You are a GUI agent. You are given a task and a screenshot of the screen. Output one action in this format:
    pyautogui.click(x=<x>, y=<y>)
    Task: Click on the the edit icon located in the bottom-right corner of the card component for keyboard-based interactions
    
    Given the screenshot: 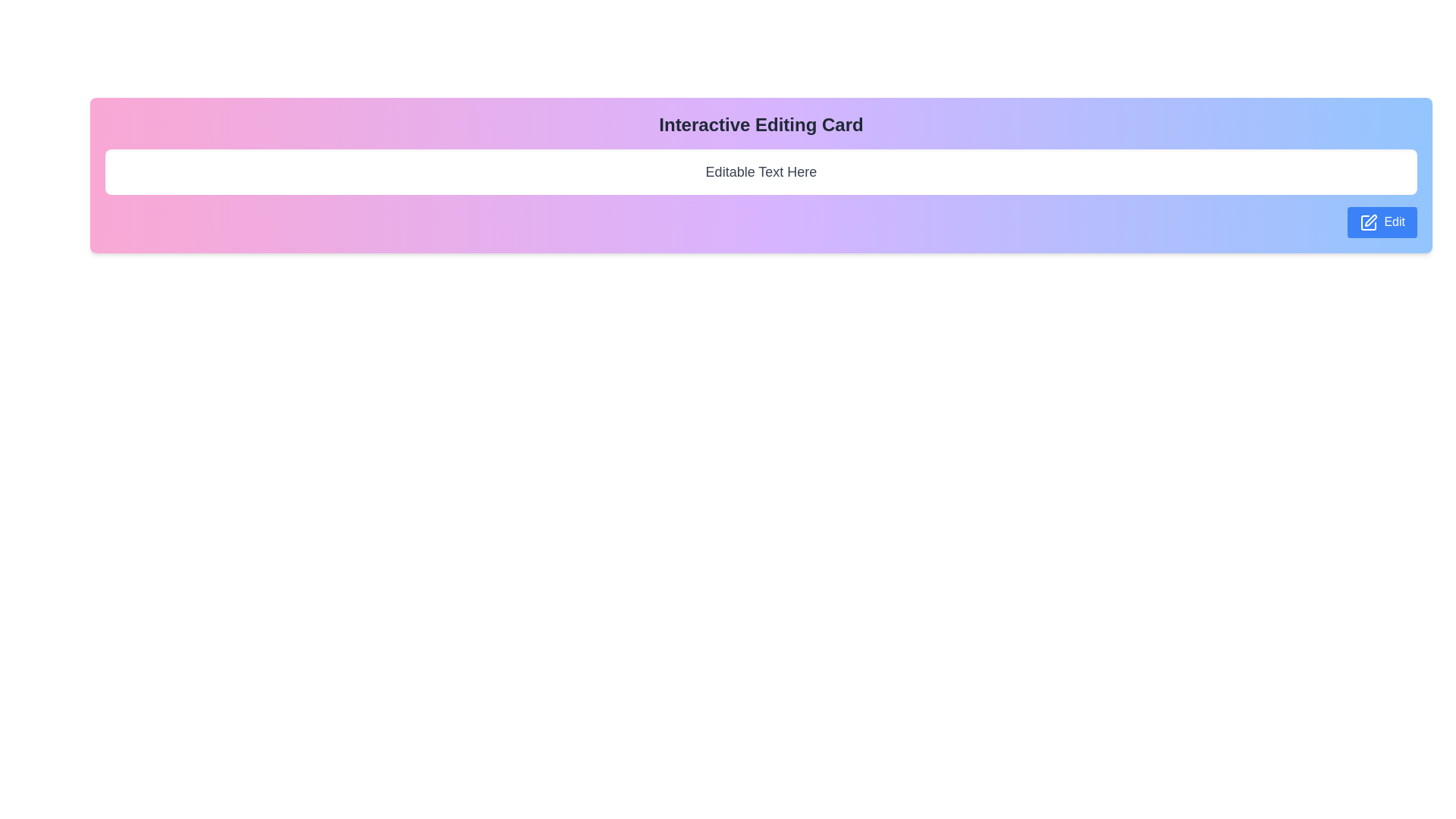 What is the action you would take?
    pyautogui.click(x=1369, y=222)
    